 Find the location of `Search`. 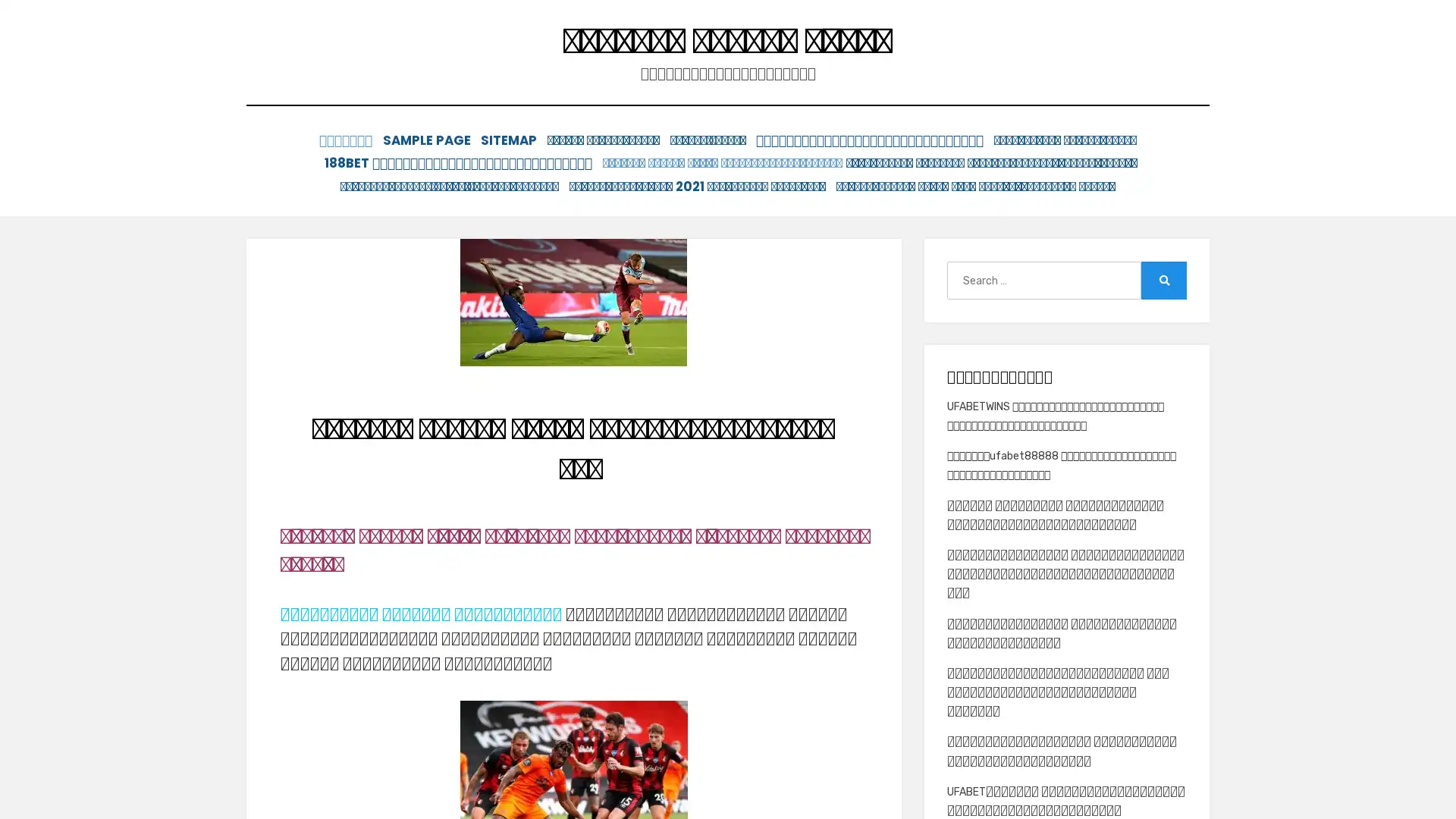

Search is located at coordinates (1163, 267).